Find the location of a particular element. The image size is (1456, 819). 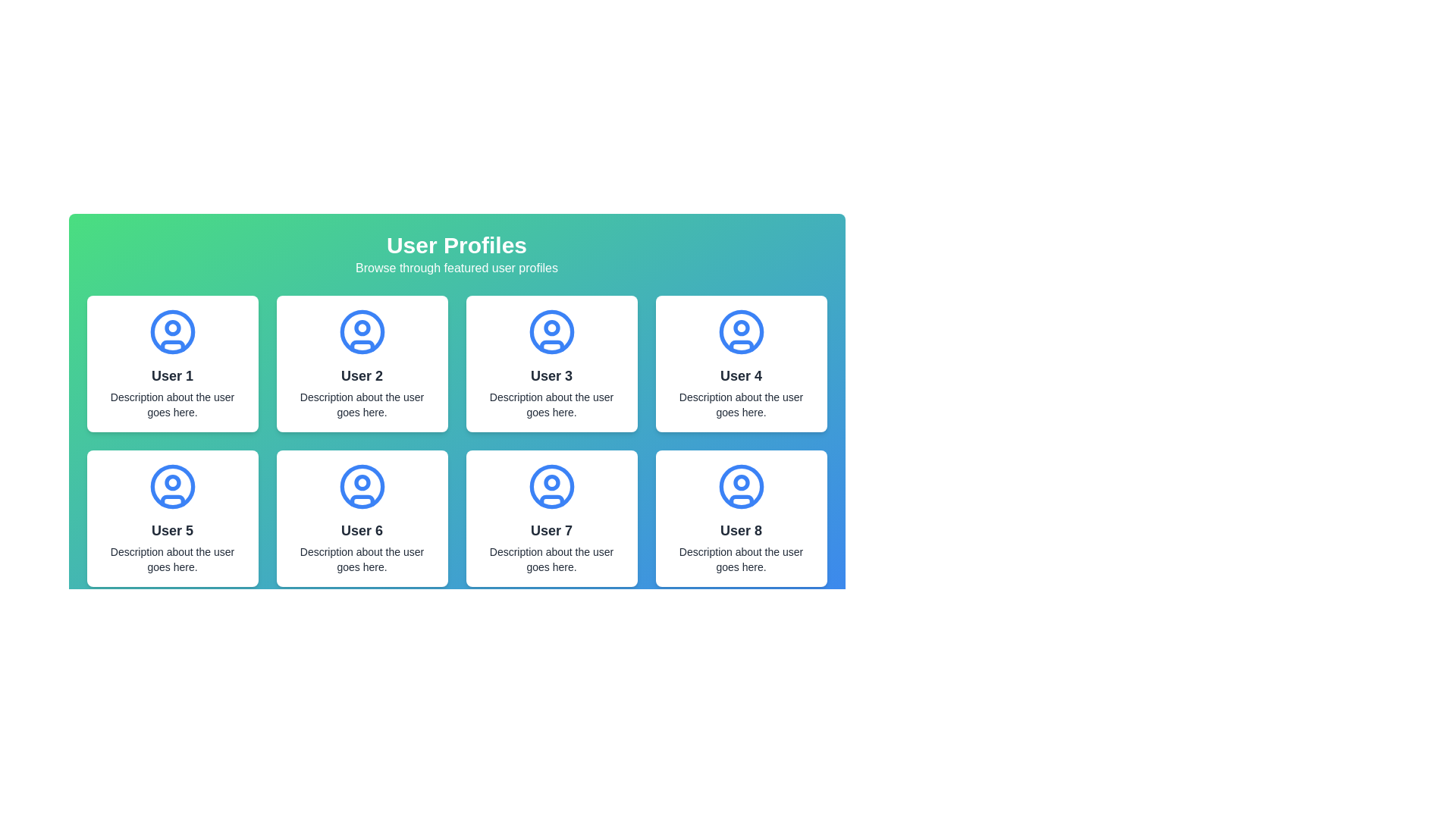

the user profile card displaying a user's identifying information, located in the third row and fourth column of the grid layout, which is the last item in the grid is located at coordinates (741, 517).